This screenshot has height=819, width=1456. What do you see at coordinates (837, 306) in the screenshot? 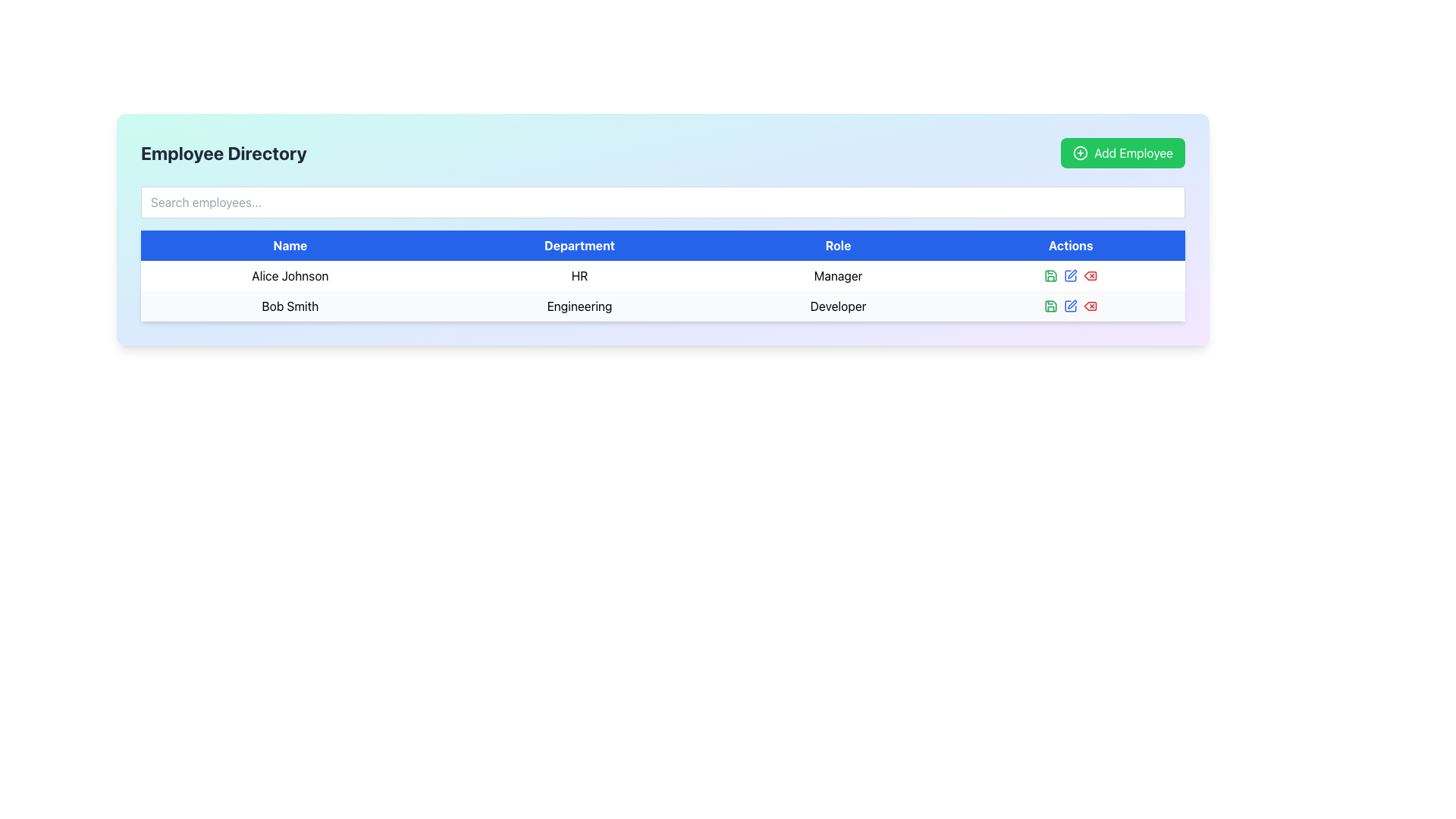
I see `the static text label displaying the job role 'Developer' for the employee 'Bob Smith' in the directory table` at bounding box center [837, 306].